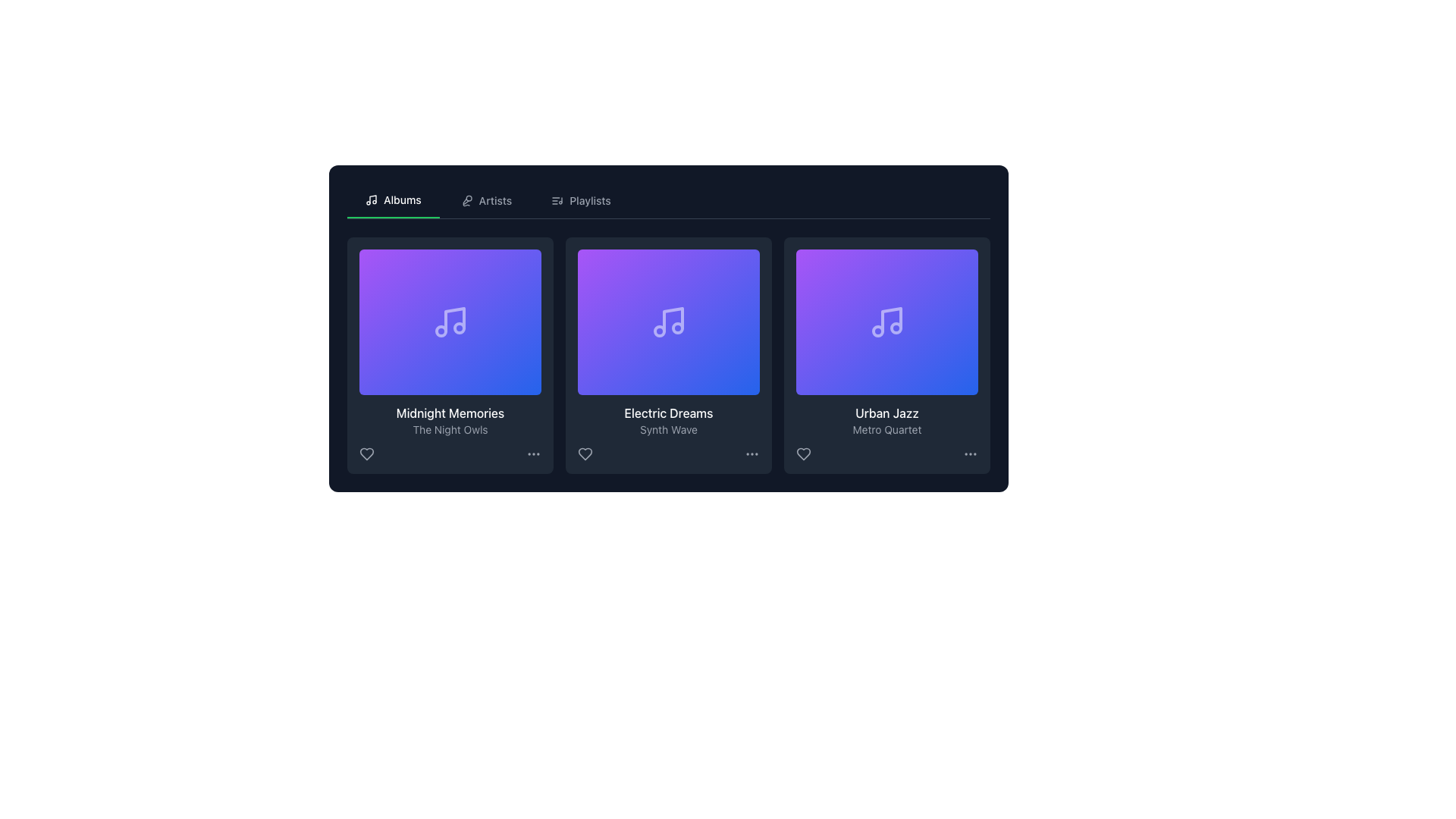 The width and height of the screenshot is (1456, 819). Describe the element at coordinates (887, 421) in the screenshot. I see `text of the Label displaying the title and subtitle of the item located in the third card from the left, positioned below the card's main icon in the lower third of the card` at that location.